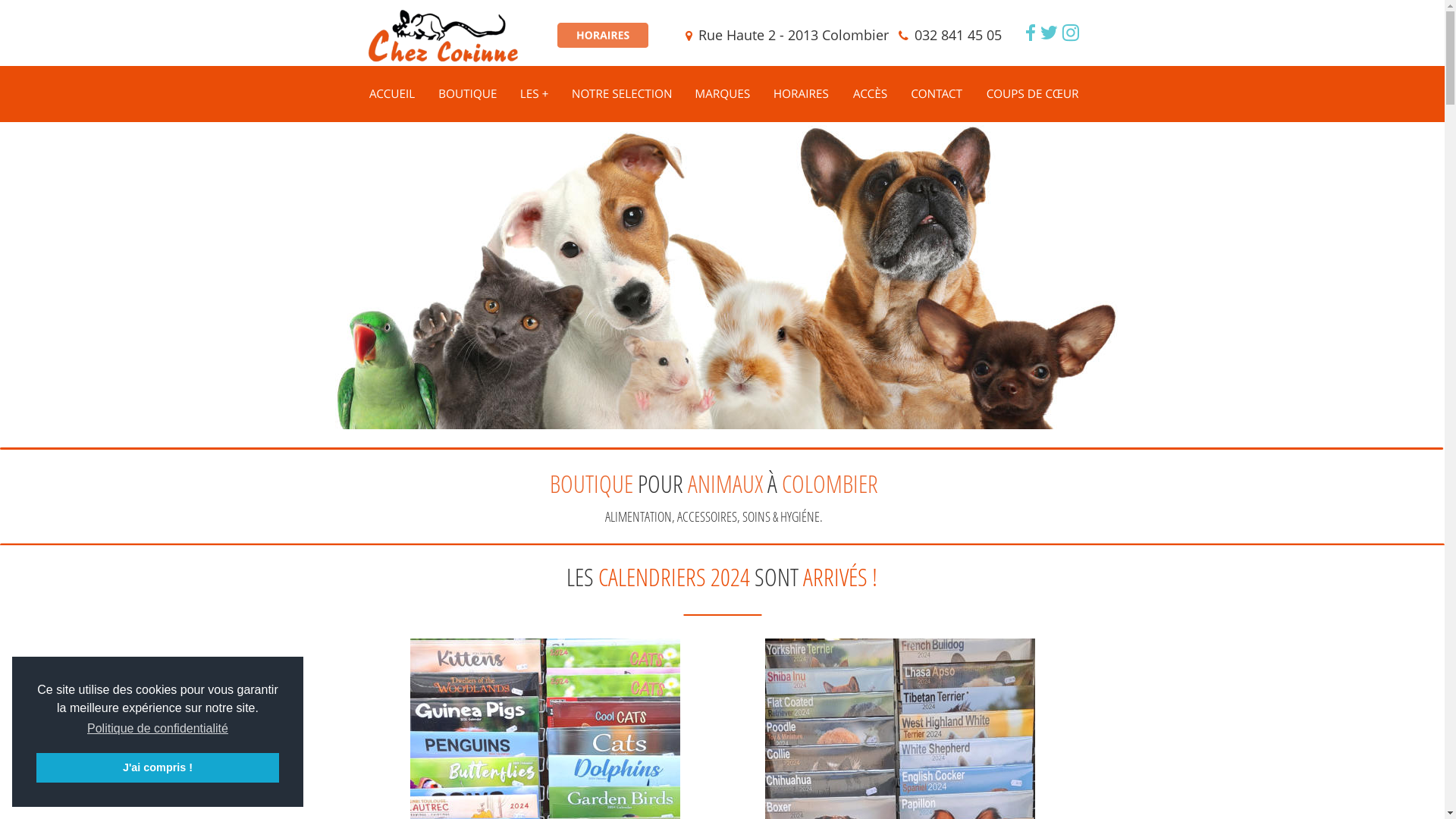 The width and height of the screenshot is (1456, 819). I want to click on 'J'ai compris !', so click(157, 767).